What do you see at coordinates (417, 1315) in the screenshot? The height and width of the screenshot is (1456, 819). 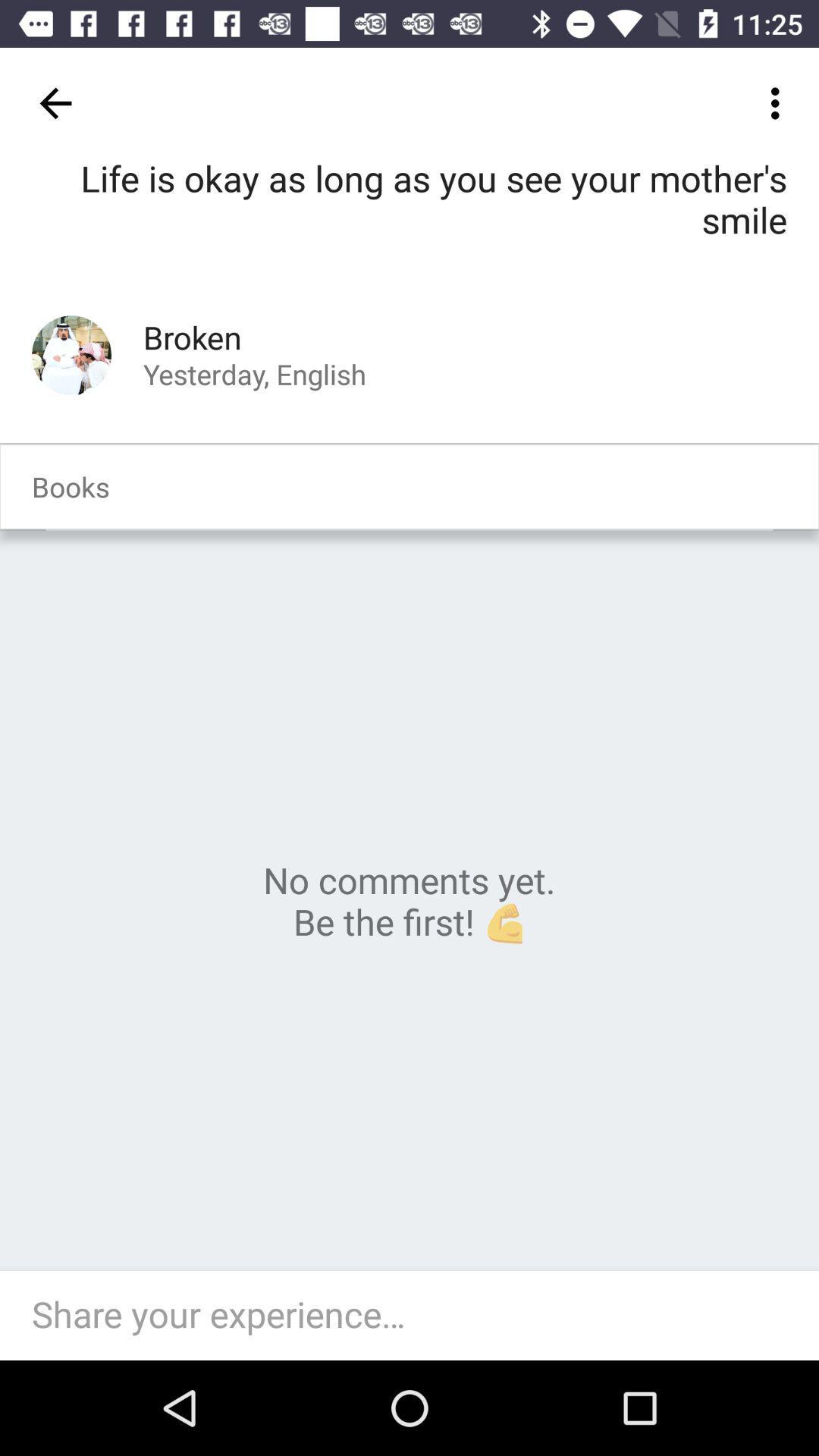 I see `share your experience` at bounding box center [417, 1315].